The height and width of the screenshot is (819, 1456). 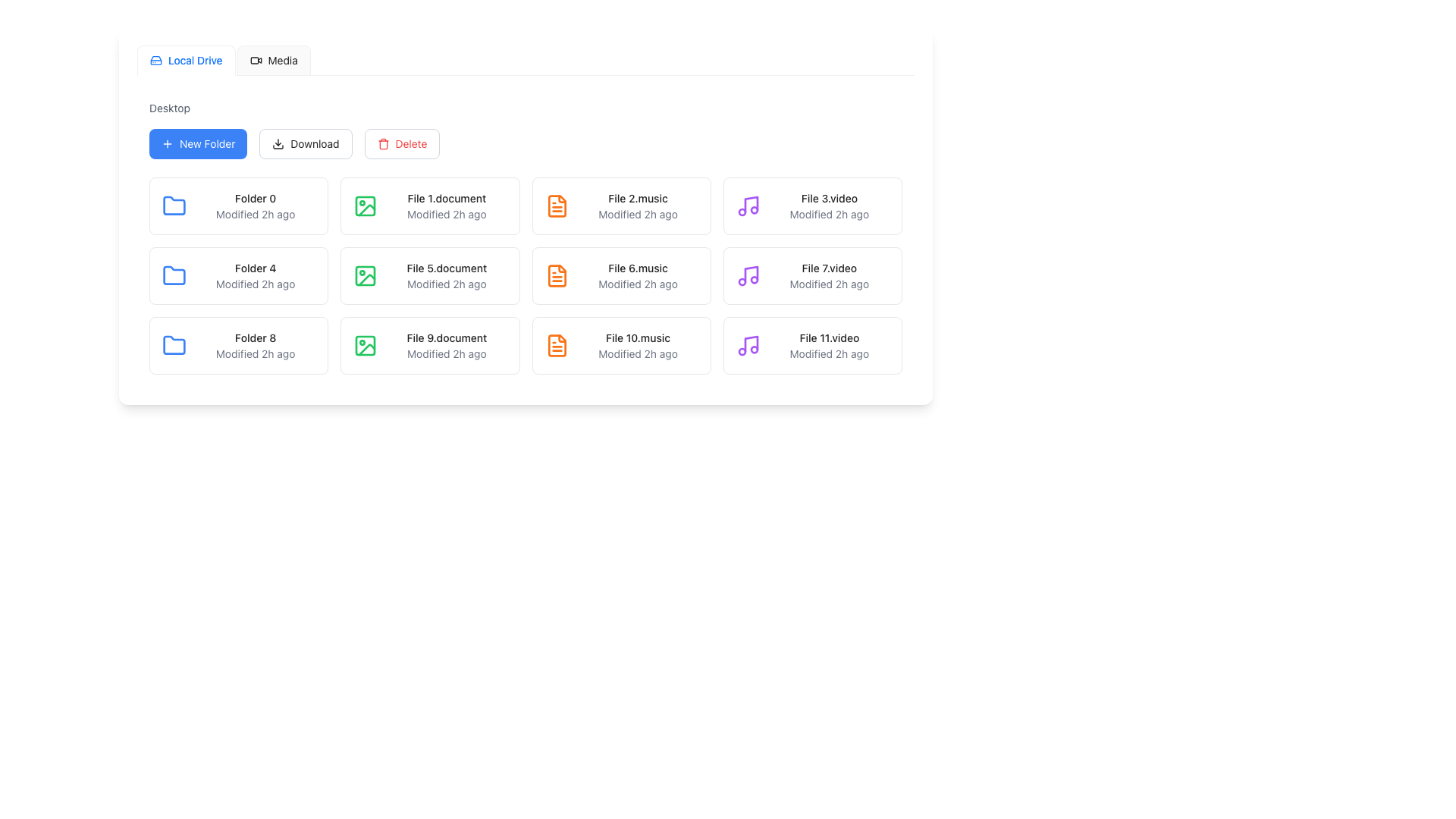 I want to click on keyboard navigation, so click(x=274, y=60).